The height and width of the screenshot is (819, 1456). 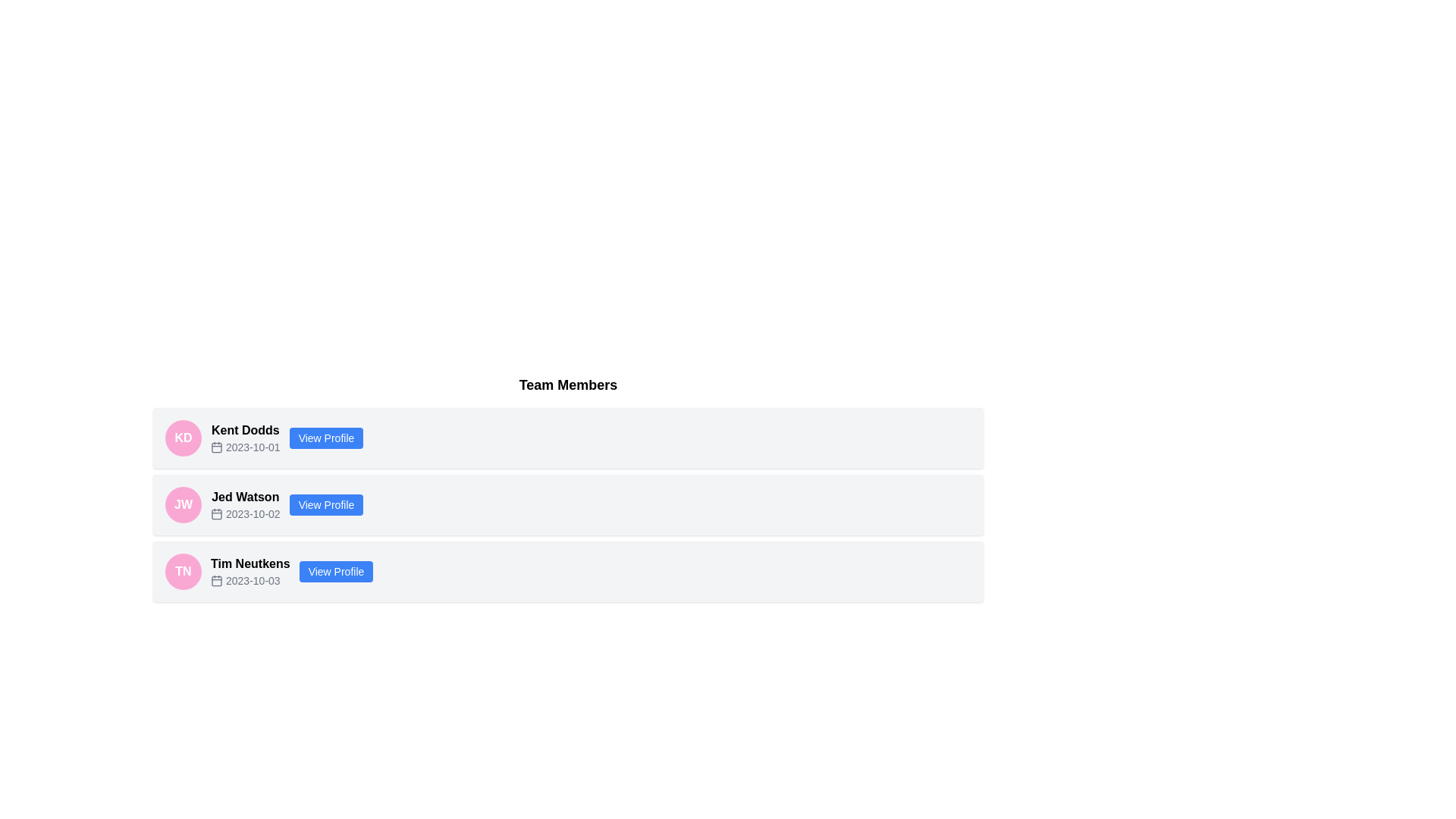 What do you see at coordinates (216, 447) in the screenshot?
I see `the calendar icon, which is a minimalistic design located to the left of the date '2023-10-01' in the first row of team members` at bounding box center [216, 447].